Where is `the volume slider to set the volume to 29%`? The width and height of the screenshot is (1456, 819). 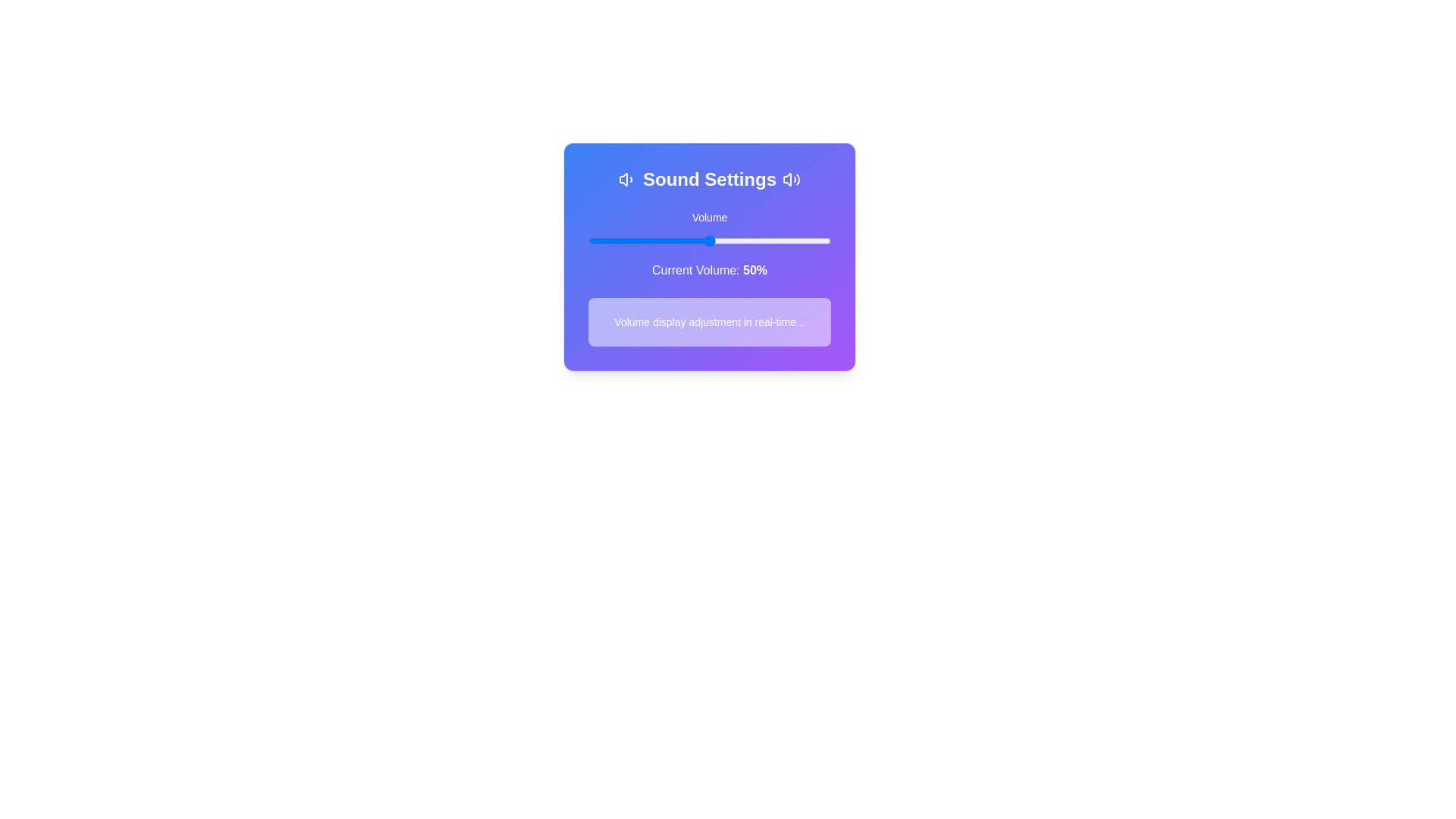
the volume slider to set the volume to 29% is located at coordinates (658, 240).